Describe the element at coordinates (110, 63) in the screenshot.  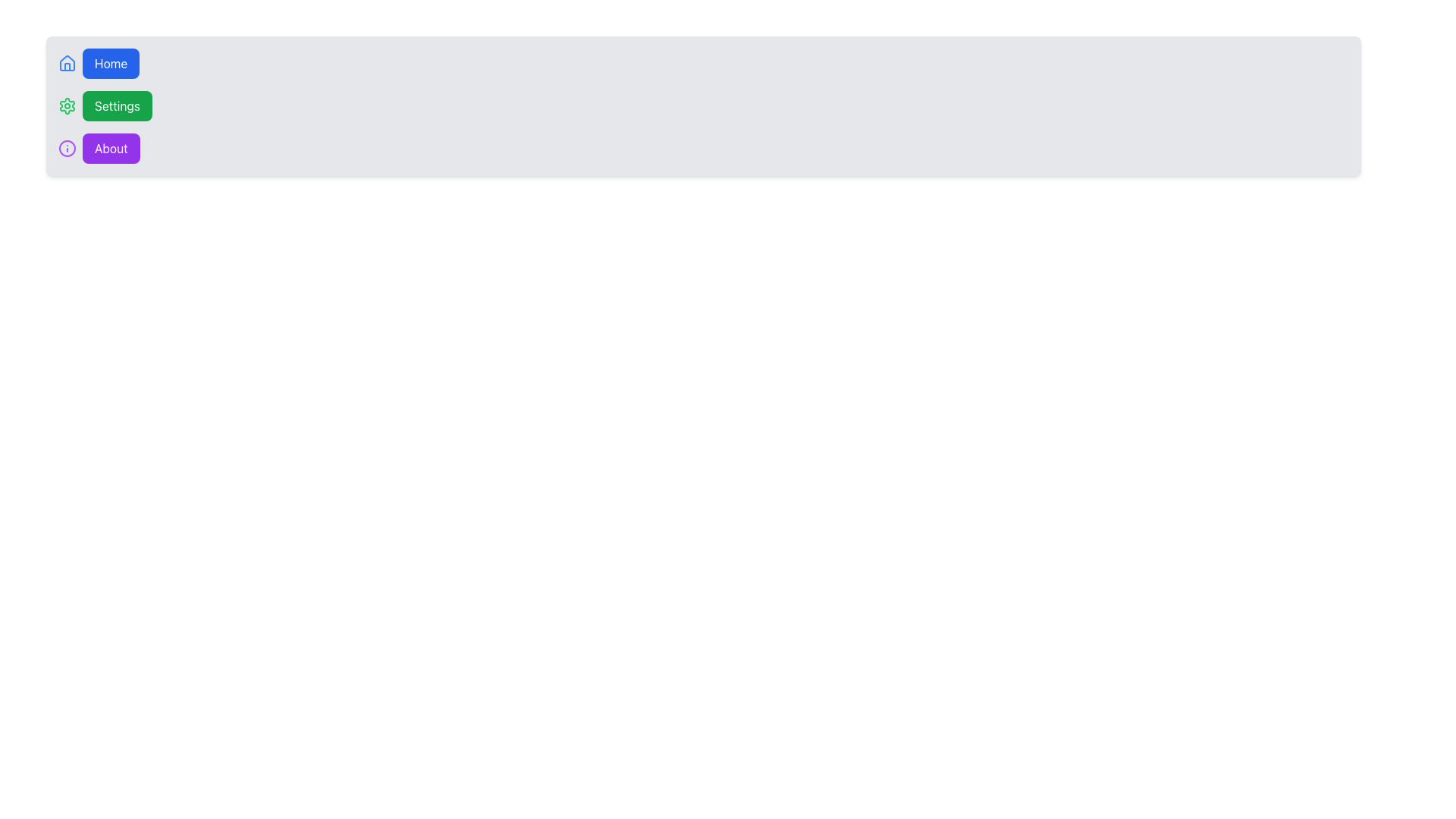
I see `the 'Home' button with a blue background and rounded edges, located next to a blue house icon` at that location.